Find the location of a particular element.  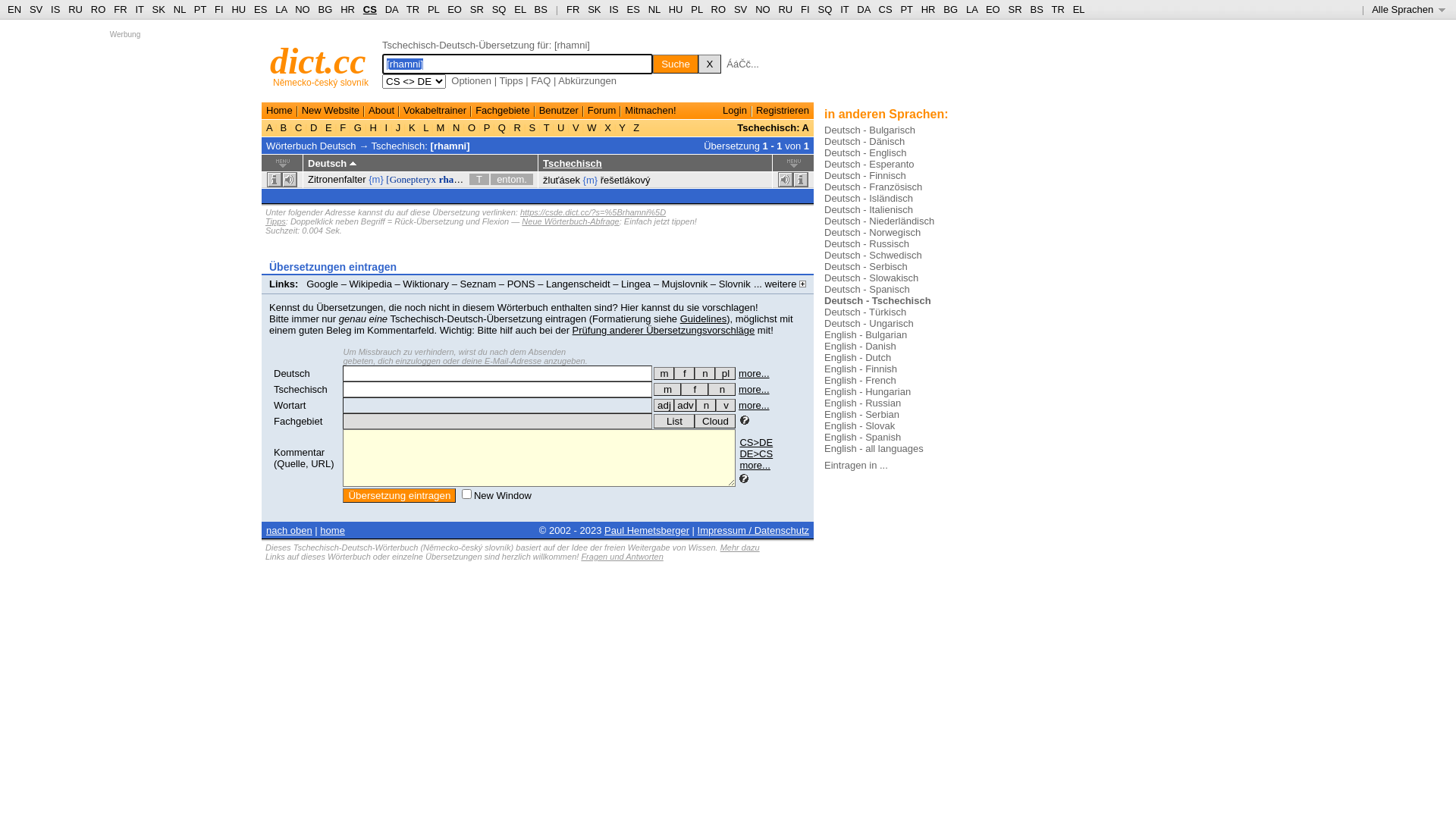

'HR' is located at coordinates (347, 9).